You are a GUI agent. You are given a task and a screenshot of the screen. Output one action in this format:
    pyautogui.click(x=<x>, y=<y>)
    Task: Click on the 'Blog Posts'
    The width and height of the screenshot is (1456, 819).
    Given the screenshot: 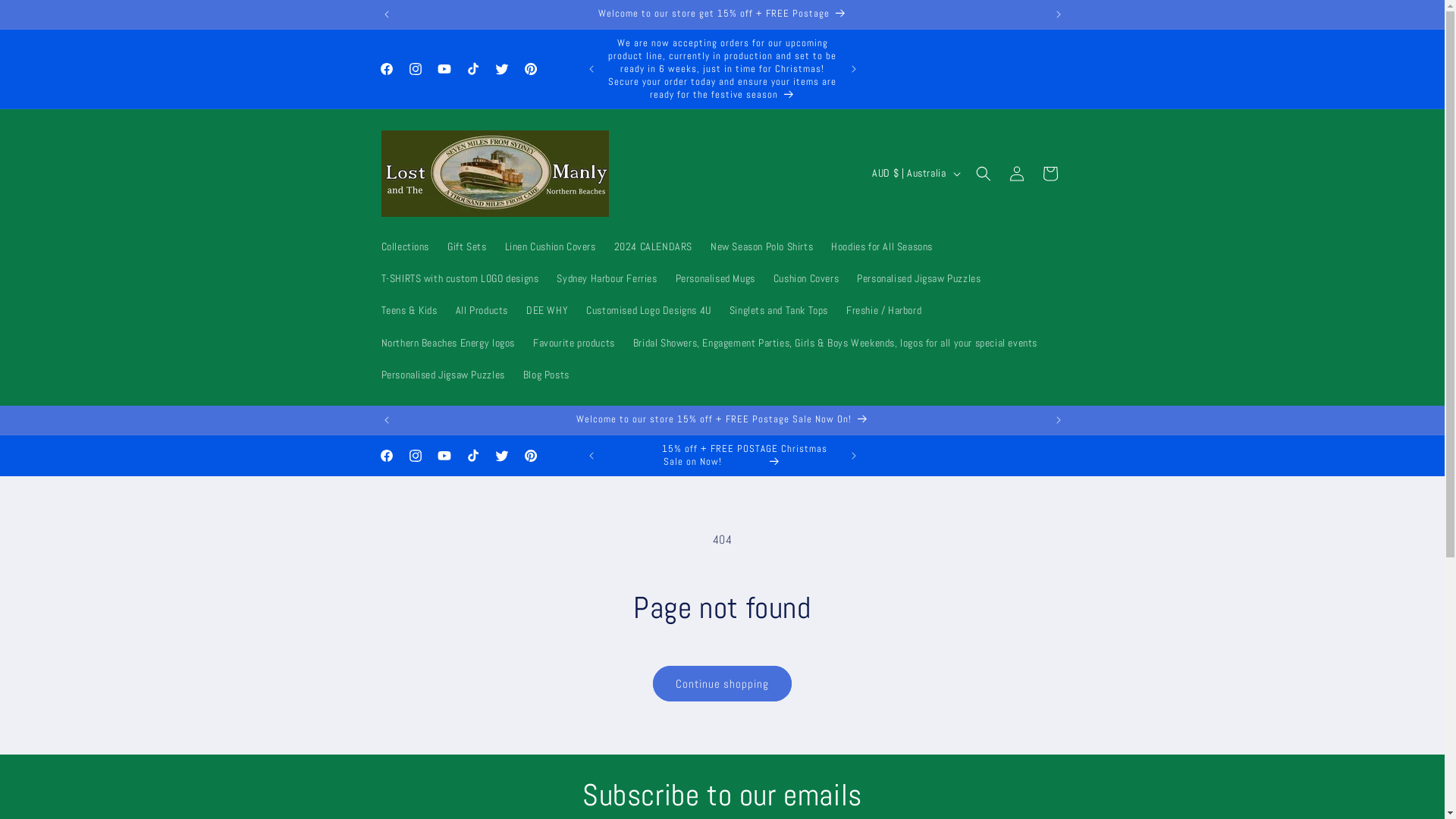 What is the action you would take?
    pyautogui.click(x=513, y=374)
    